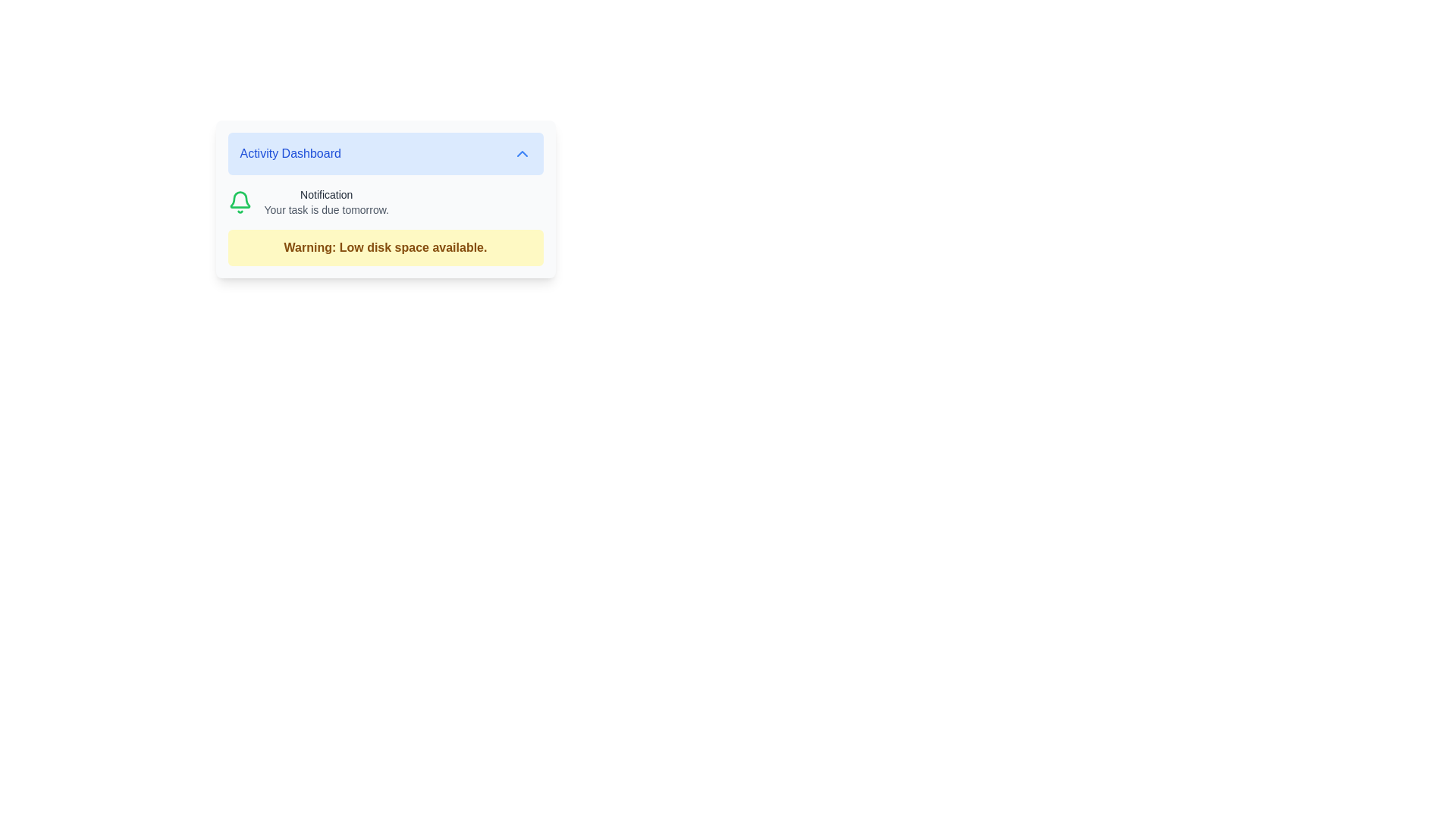 The height and width of the screenshot is (819, 1456). I want to click on the button located on the right-hand side of the 'Activity Dashboard' section, so click(522, 154).